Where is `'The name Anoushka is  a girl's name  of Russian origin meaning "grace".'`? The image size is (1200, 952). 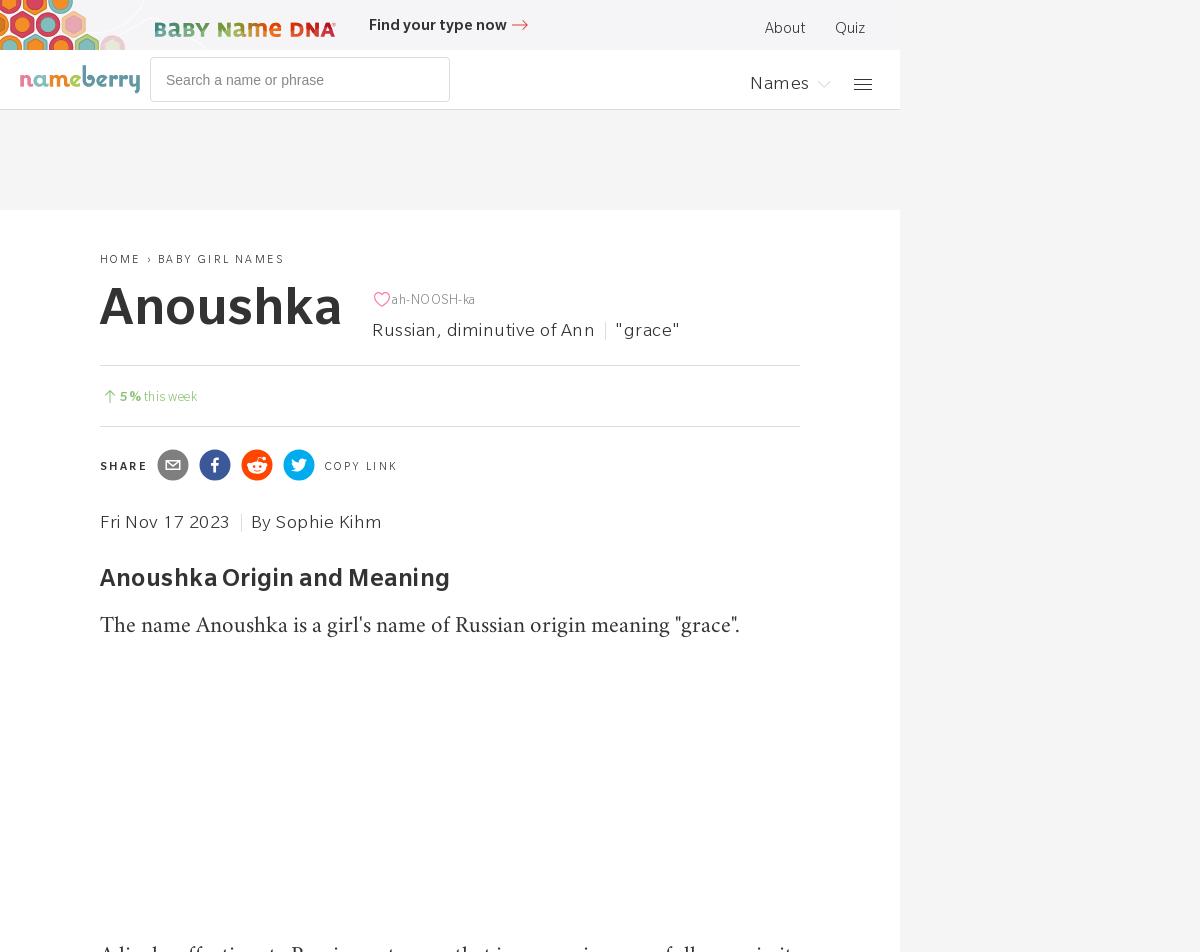 'The name Anoushka is  a girl's name  of Russian origin meaning "grace".' is located at coordinates (420, 626).